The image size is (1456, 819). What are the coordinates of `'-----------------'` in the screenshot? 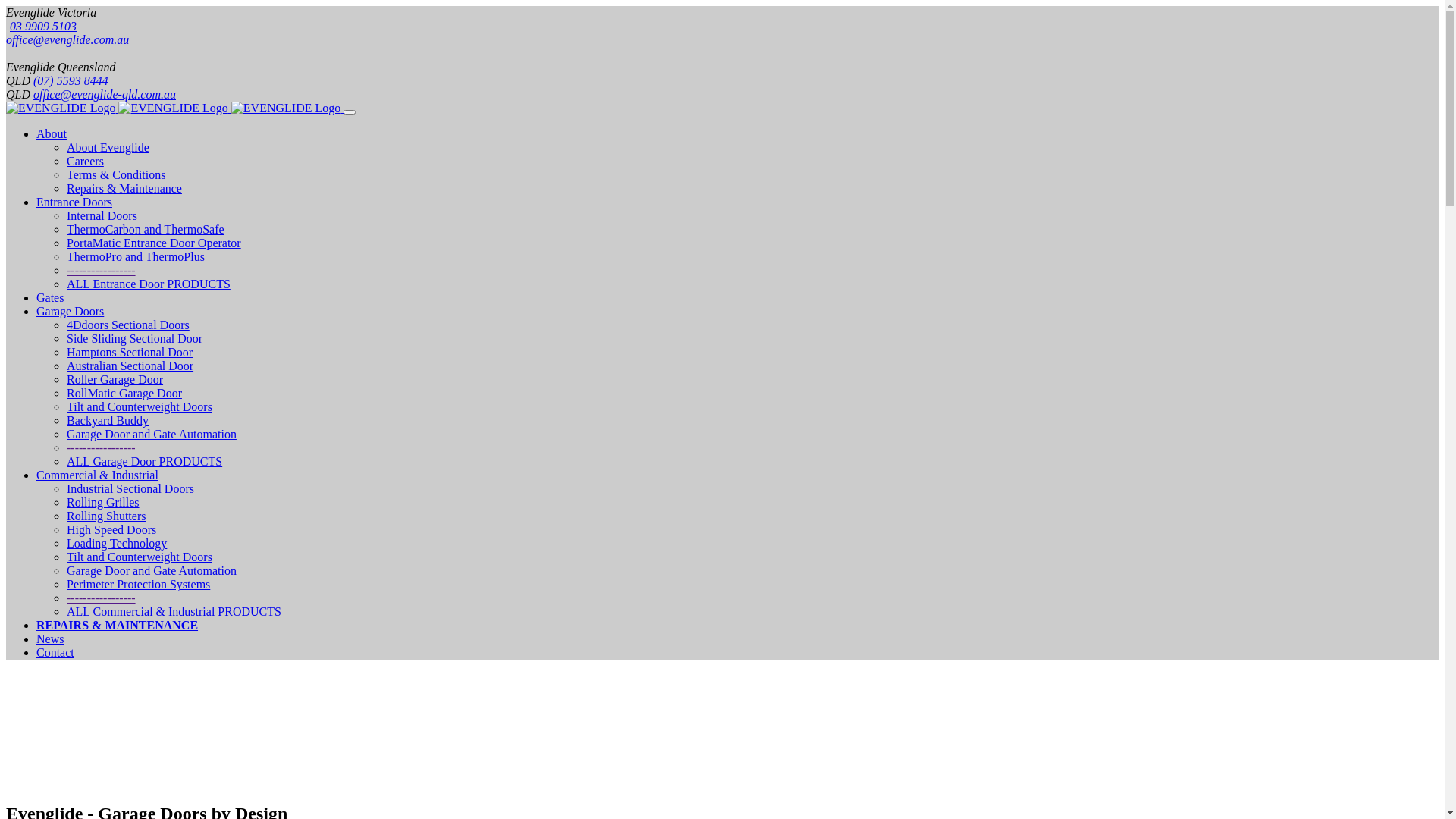 It's located at (65, 269).